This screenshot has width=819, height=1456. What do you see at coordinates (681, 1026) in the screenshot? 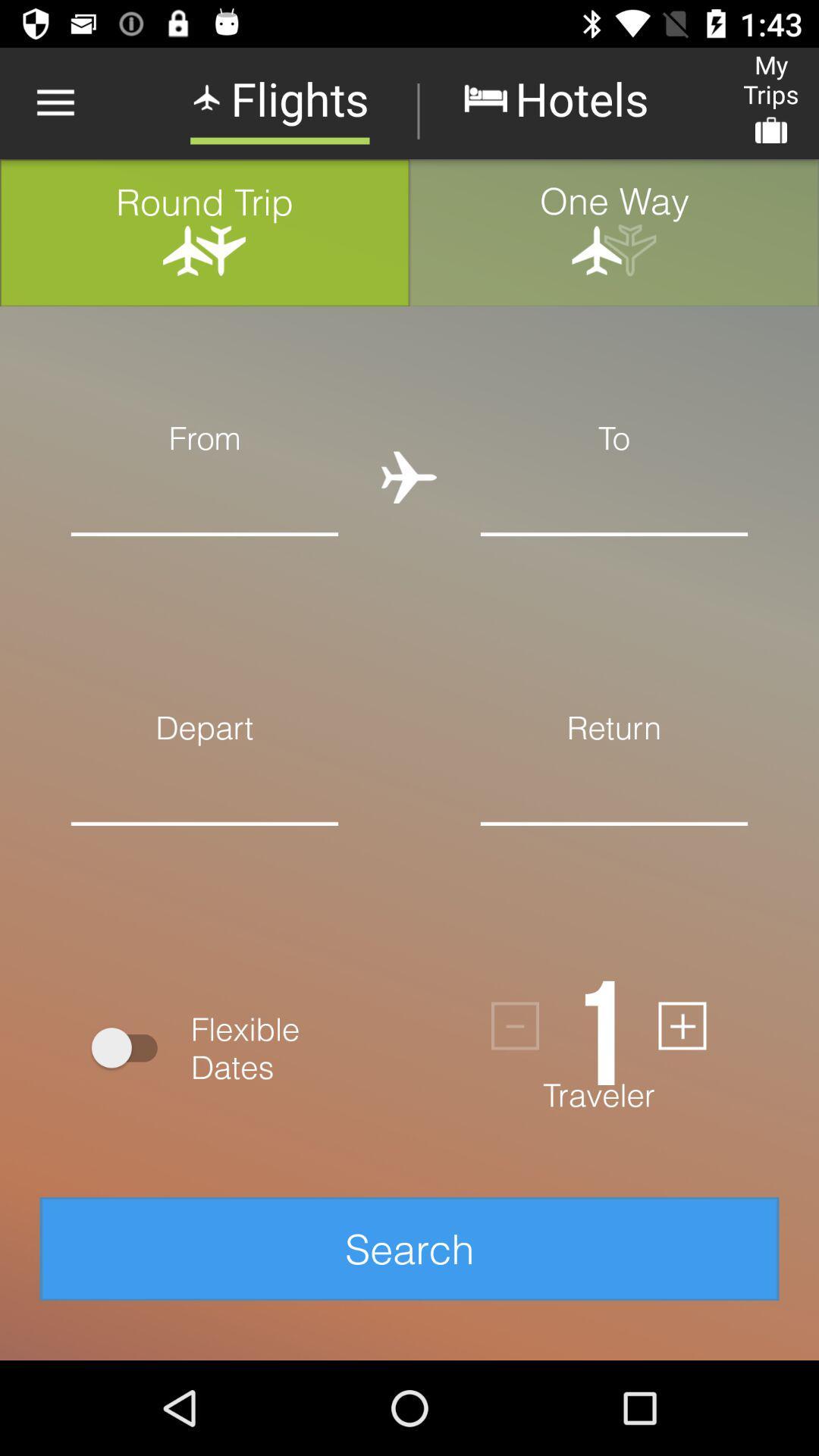
I see `increase traveler number` at bounding box center [681, 1026].